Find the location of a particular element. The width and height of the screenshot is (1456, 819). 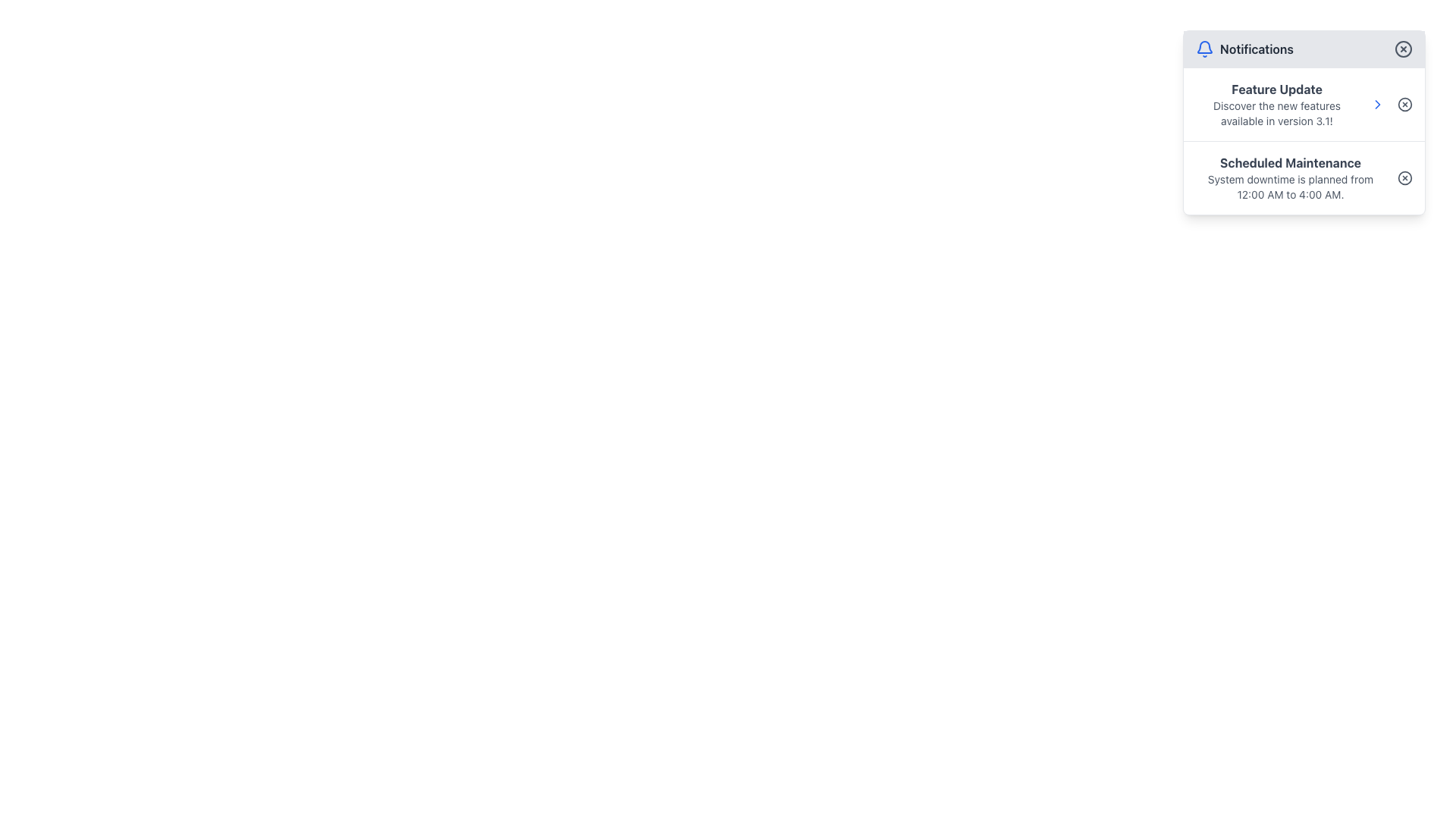

the Notification Item that informs users about the software update is located at coordinates (1303, 104).